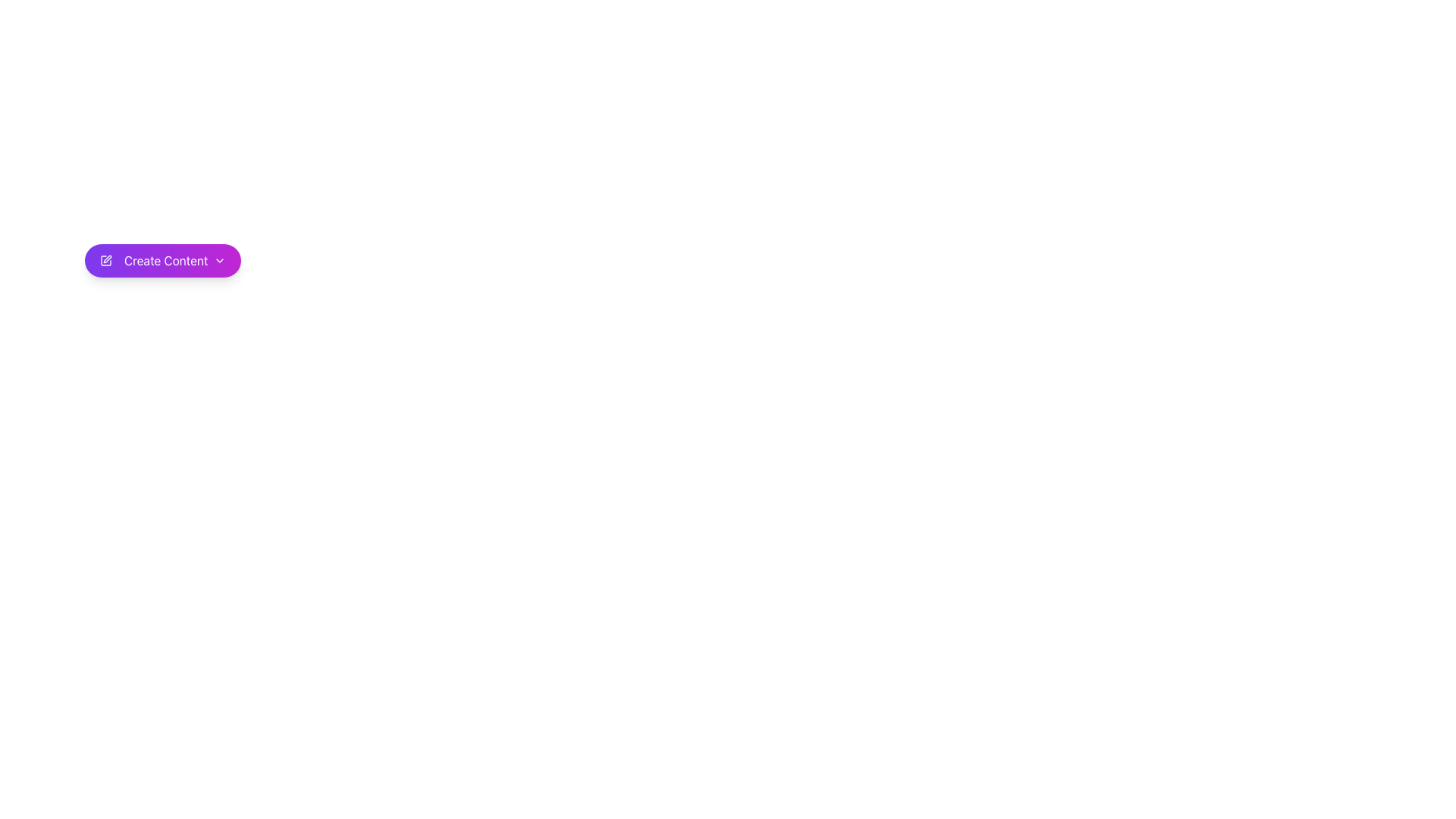 This screenshot has height=819, width=1456. Describe the element at coordinates (163, 259) in the screenshot. I see `the 'Create Content' button with a purple gradient background` at that location.